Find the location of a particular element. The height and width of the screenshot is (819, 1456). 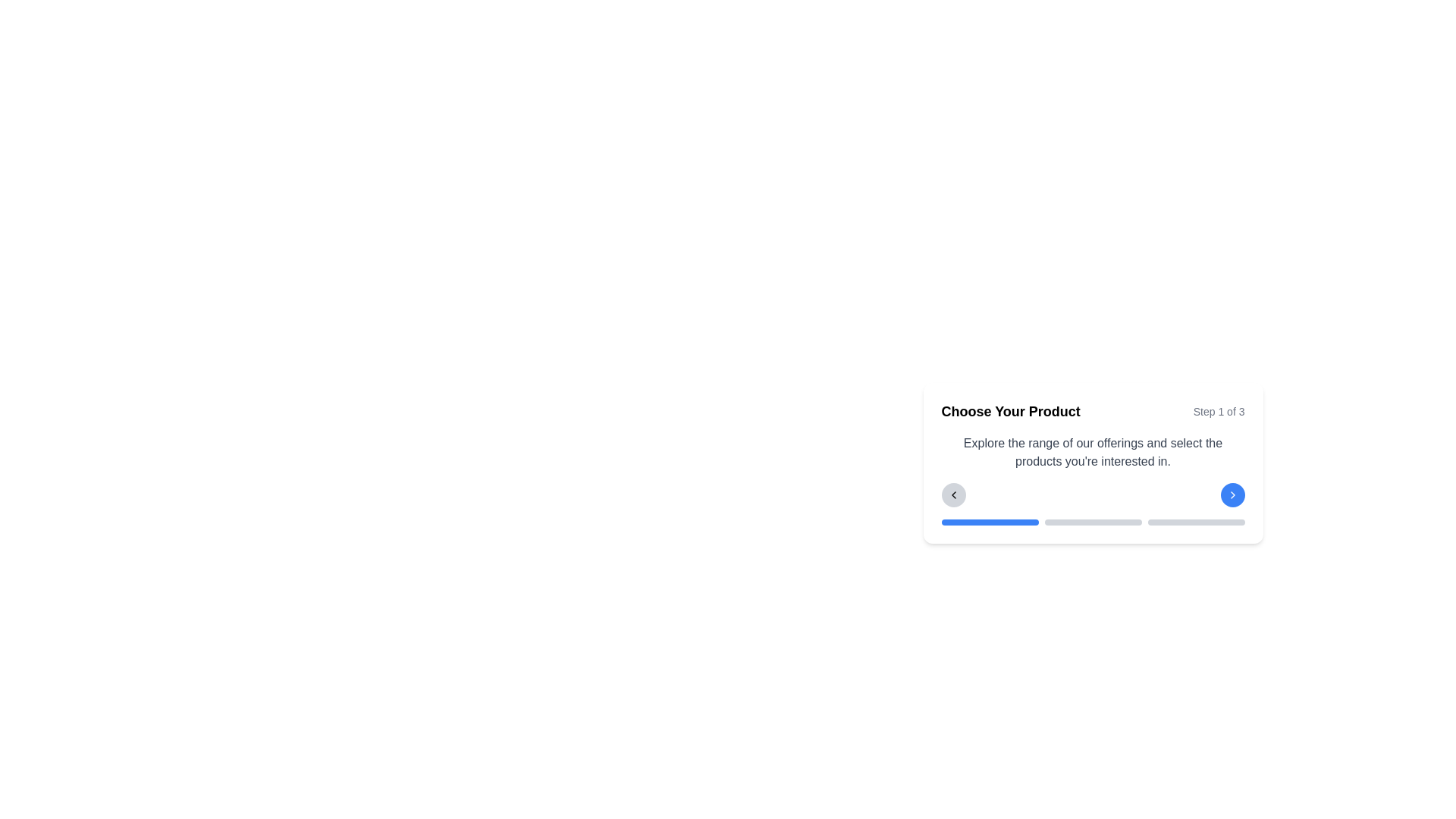

the small circular button with a blue background and a white right-facing arrow, located in the footer section of the panel labeled 'Choose Your Product' is located at coordinates (1232, 494).